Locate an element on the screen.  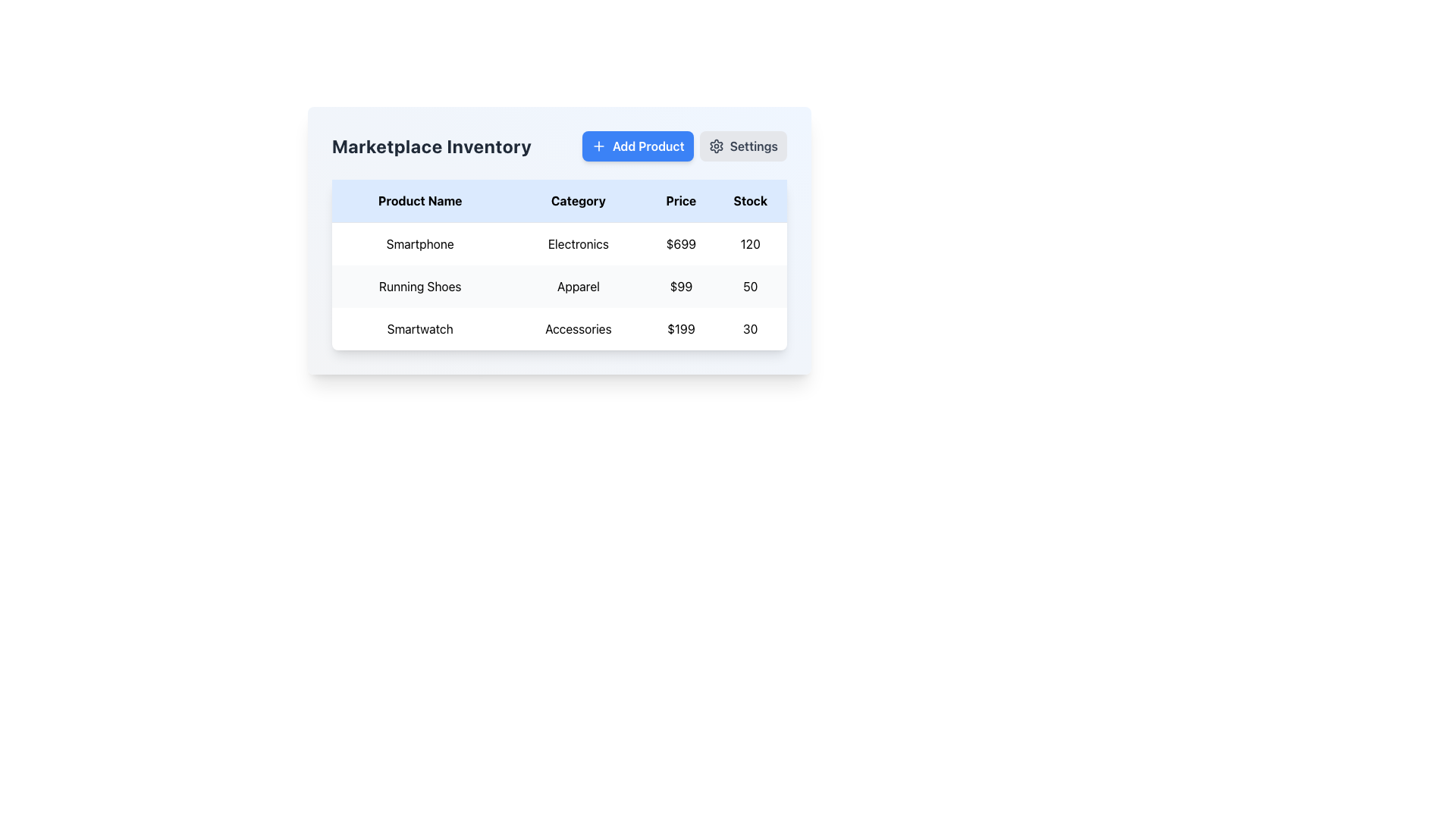
the 'Price' text label in bold black font, located in the third column of the table header is located at coordinates (680, 200).